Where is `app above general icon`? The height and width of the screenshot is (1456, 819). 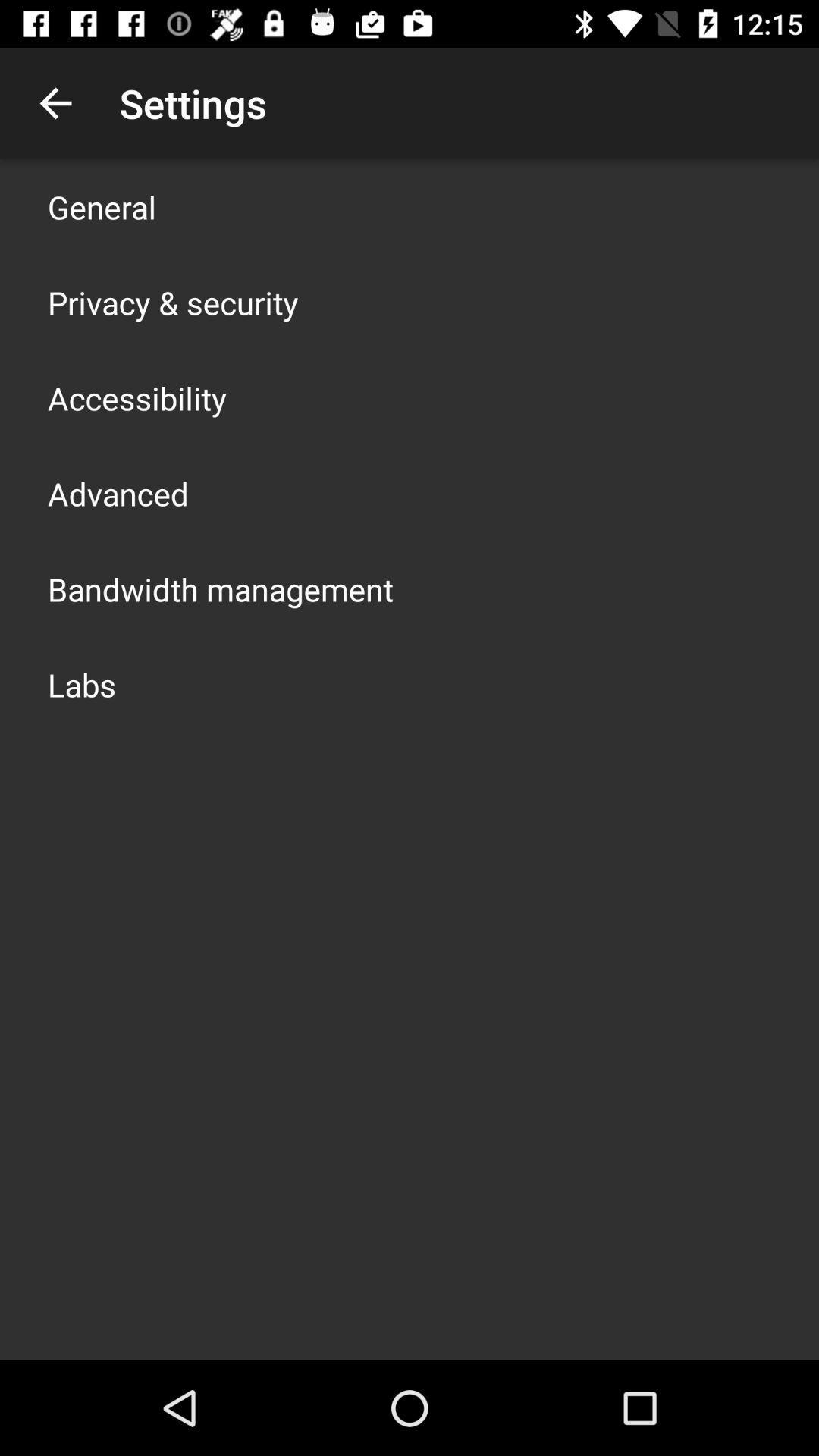 app above general icon is located at coordinates (55, 102).